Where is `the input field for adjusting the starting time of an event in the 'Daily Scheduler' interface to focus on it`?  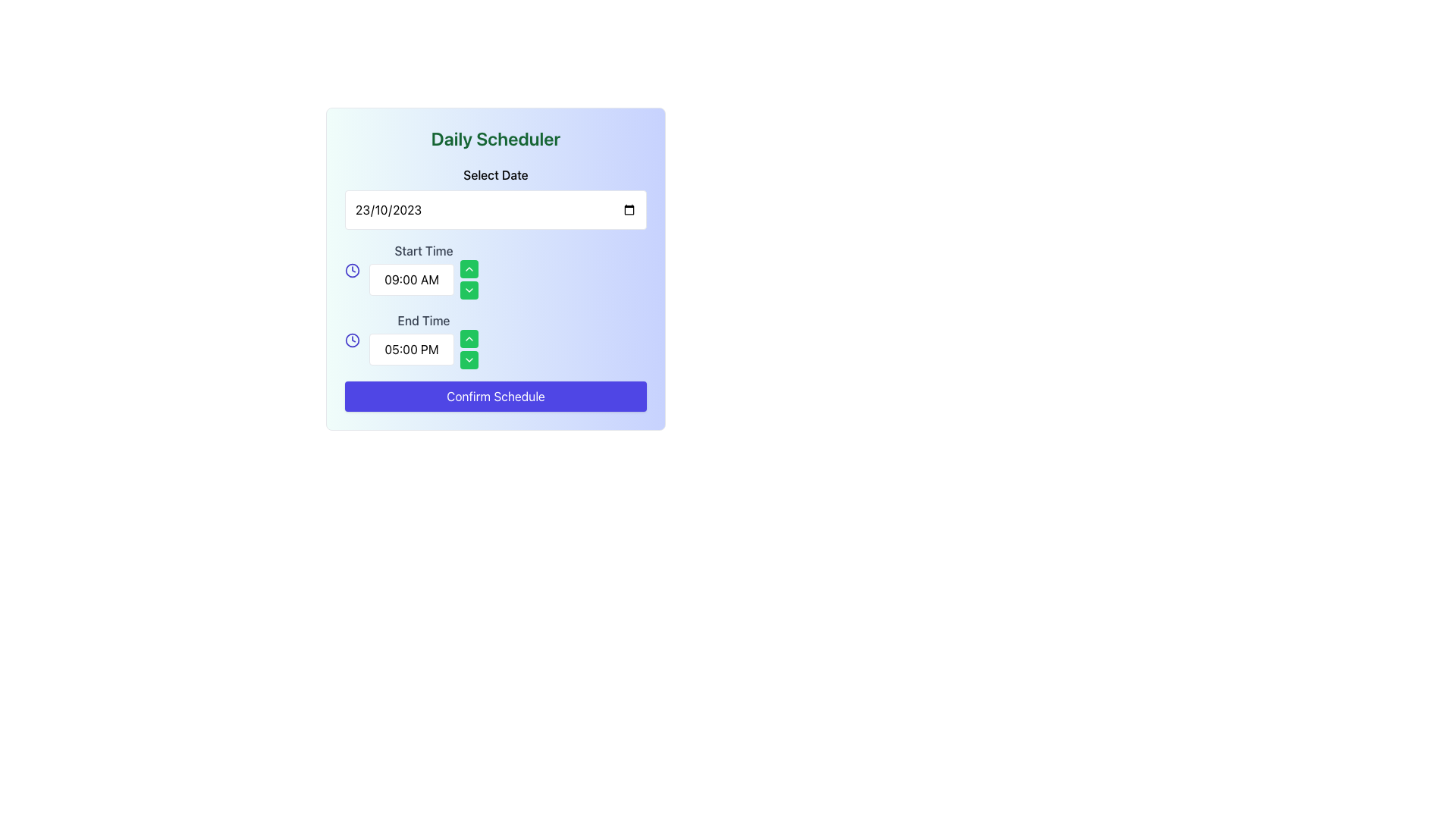
the input field for adjusting the starting time of an event in the 'Daily Scheduler' interface to focus on it is located at coordinates (423, 280).